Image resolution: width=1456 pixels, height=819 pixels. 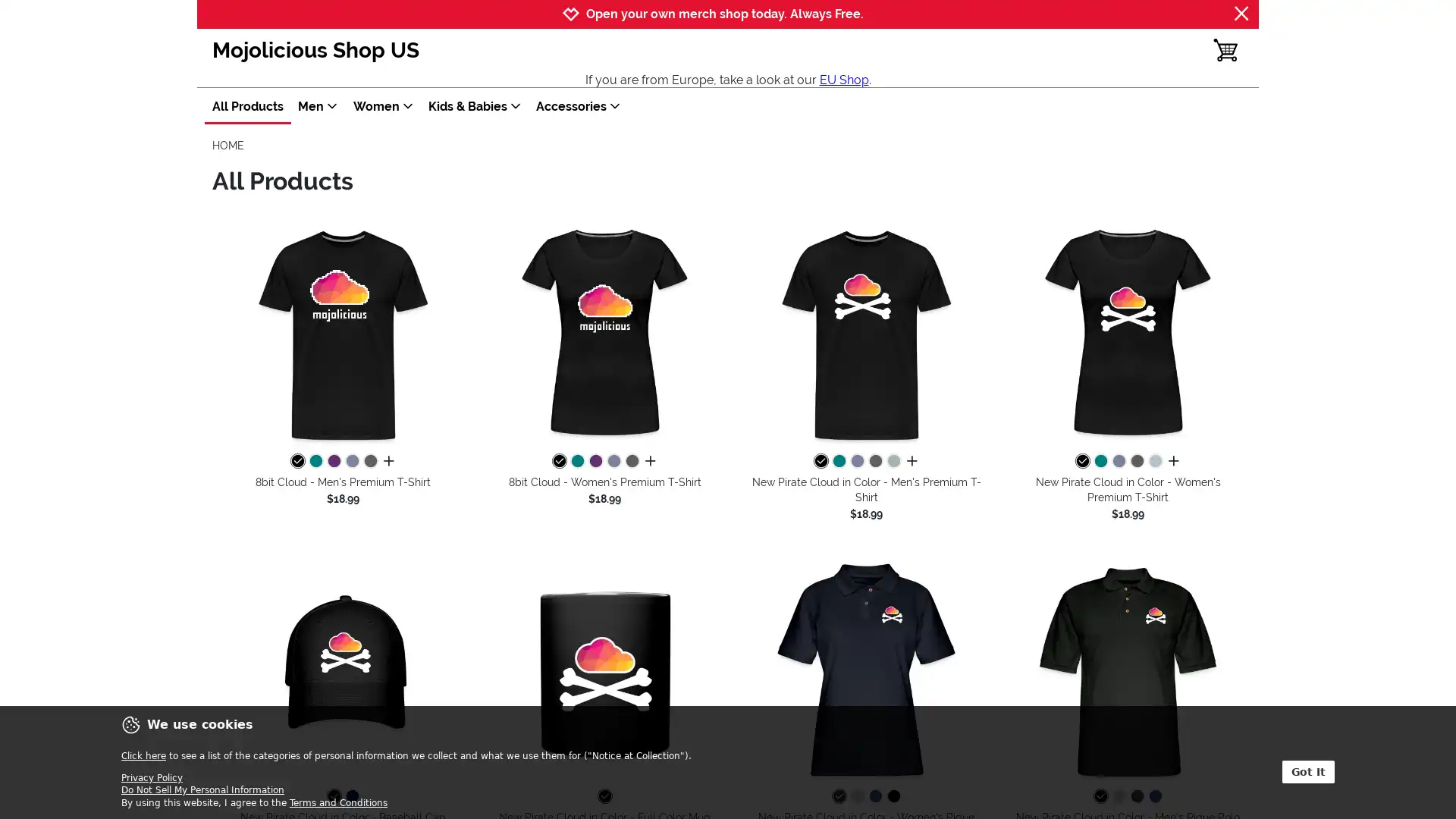 What do you see at coordinates (856, 796) in the screenshot?
I see `heather gray` at bounding box center [856, 796].